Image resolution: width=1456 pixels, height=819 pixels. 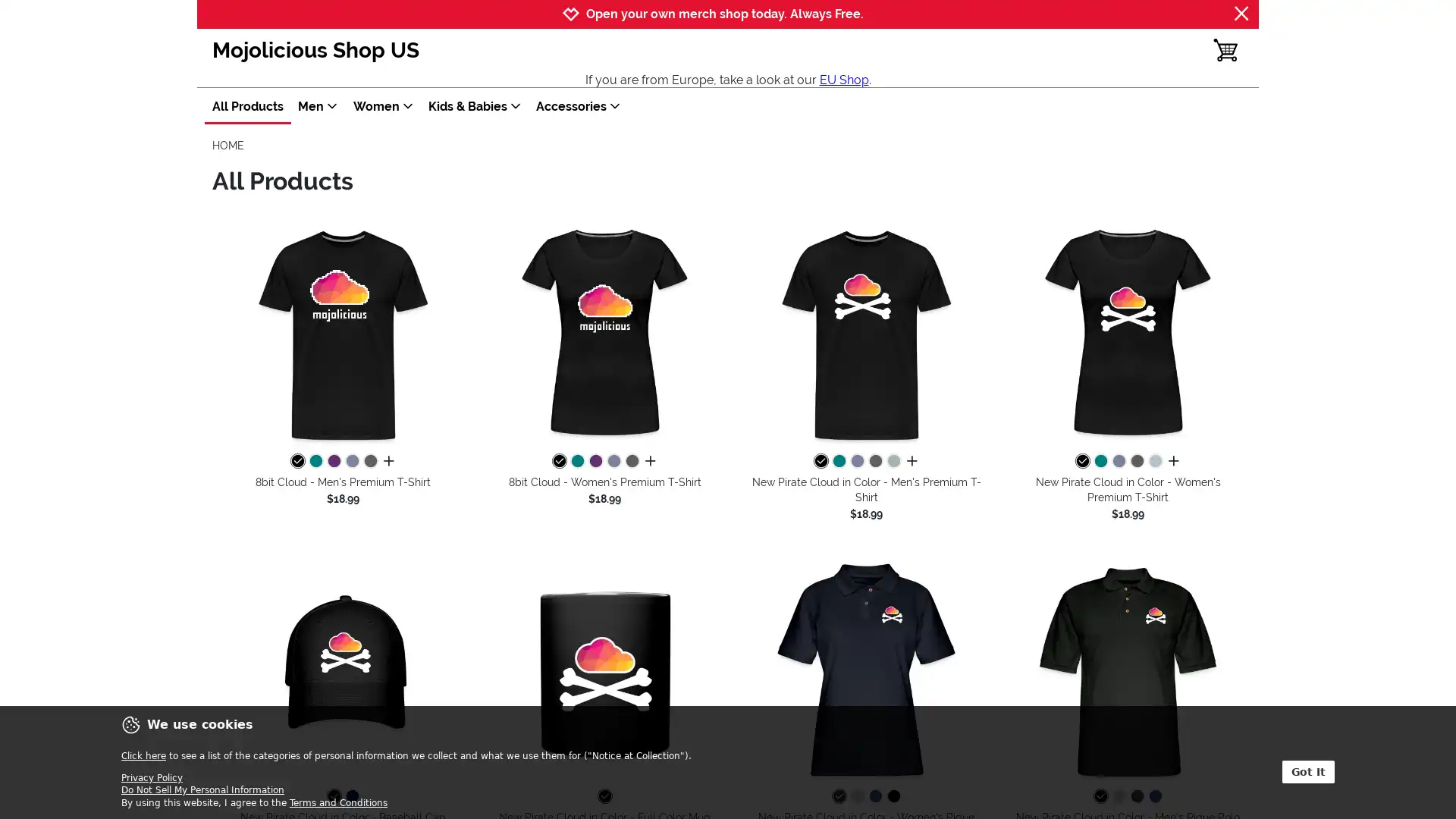 What do you see at coordinates (856, 796) in the screenshot?
I see `heather gray` at bounding box center [856, 796].